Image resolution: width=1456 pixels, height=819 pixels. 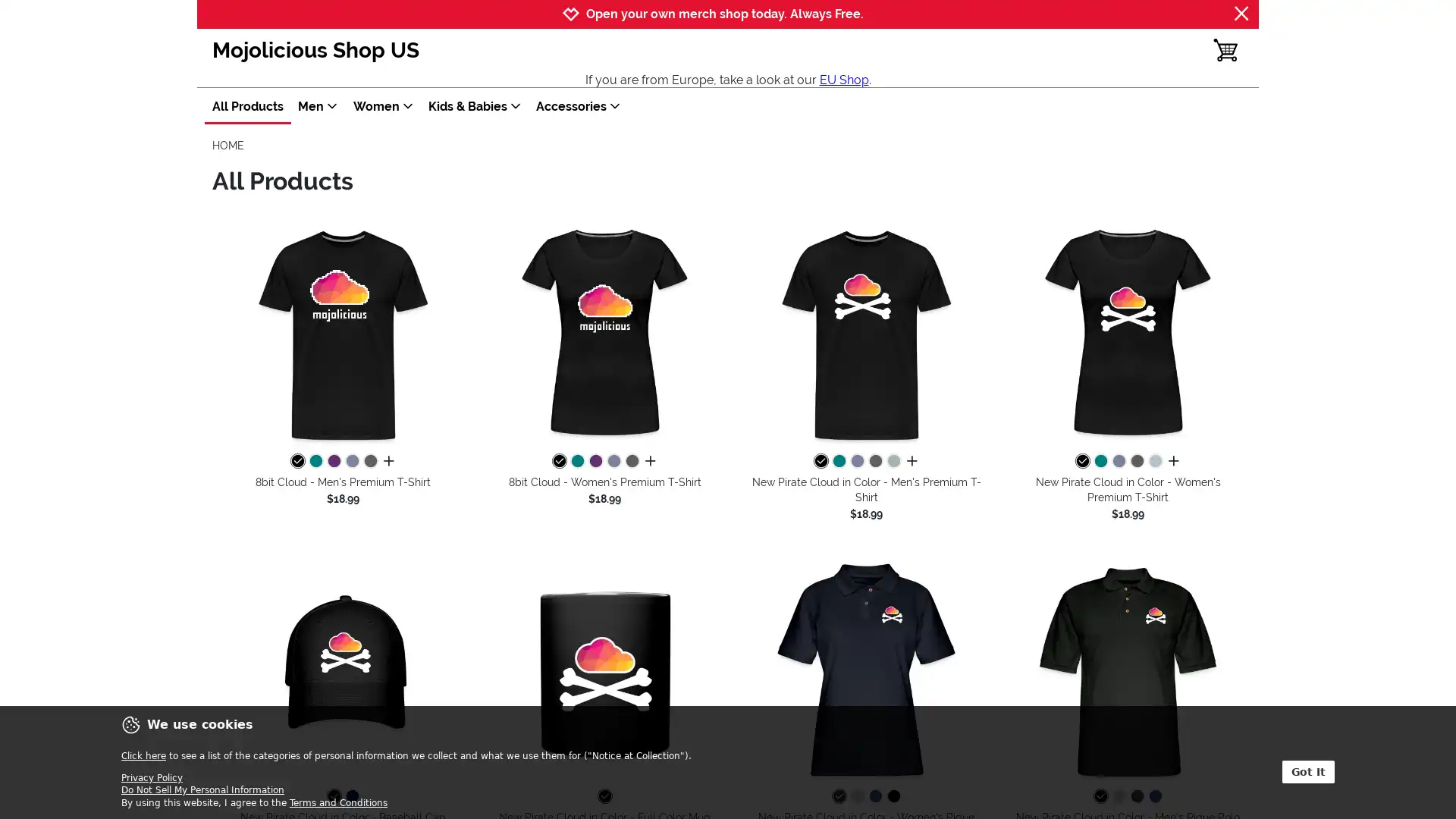 What do you see at coordinates (856, 796) in the screenshot?
I see `heather gray` at bounding box center [856, 796].